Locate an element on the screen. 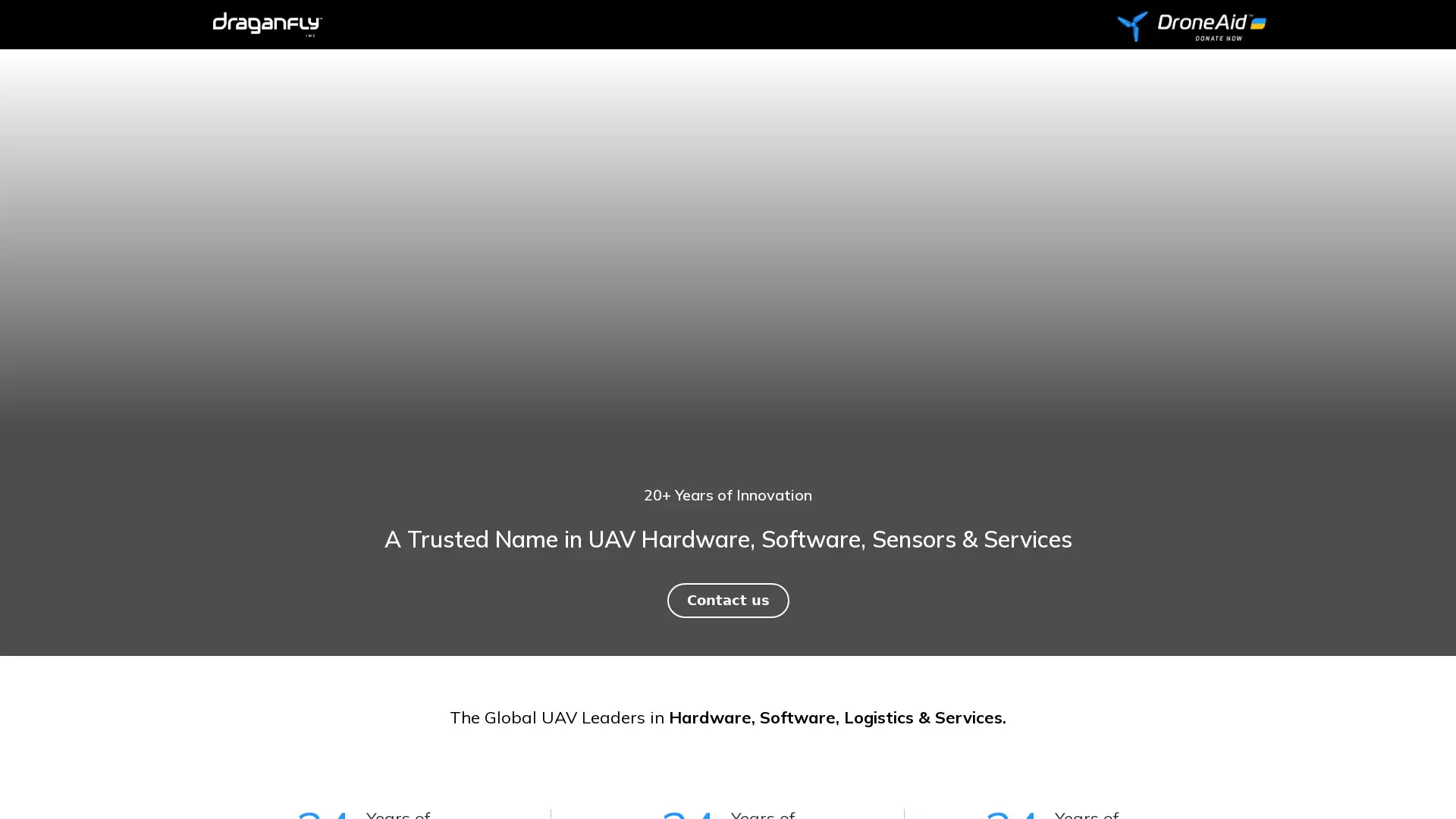 The width and height of the screenshot is (1456, 819). Contact us is located at coordinates (726, 599).